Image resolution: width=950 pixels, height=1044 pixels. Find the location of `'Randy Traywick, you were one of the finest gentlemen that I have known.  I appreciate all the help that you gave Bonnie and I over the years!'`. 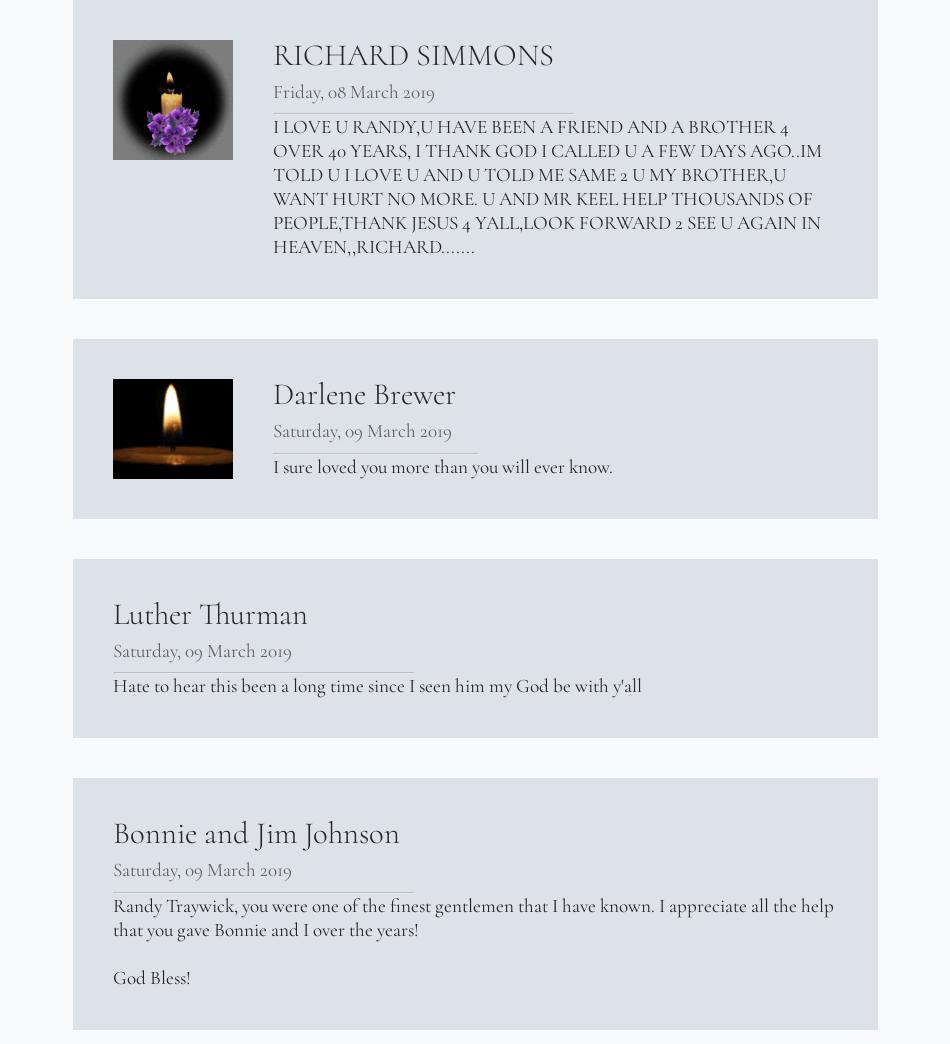

'Randy Traywick, you were one of the finest gentlemen that I have known.  I appreciate all the help that you gave Bonnie and I over the years!' is located at coordinates (471, 916).